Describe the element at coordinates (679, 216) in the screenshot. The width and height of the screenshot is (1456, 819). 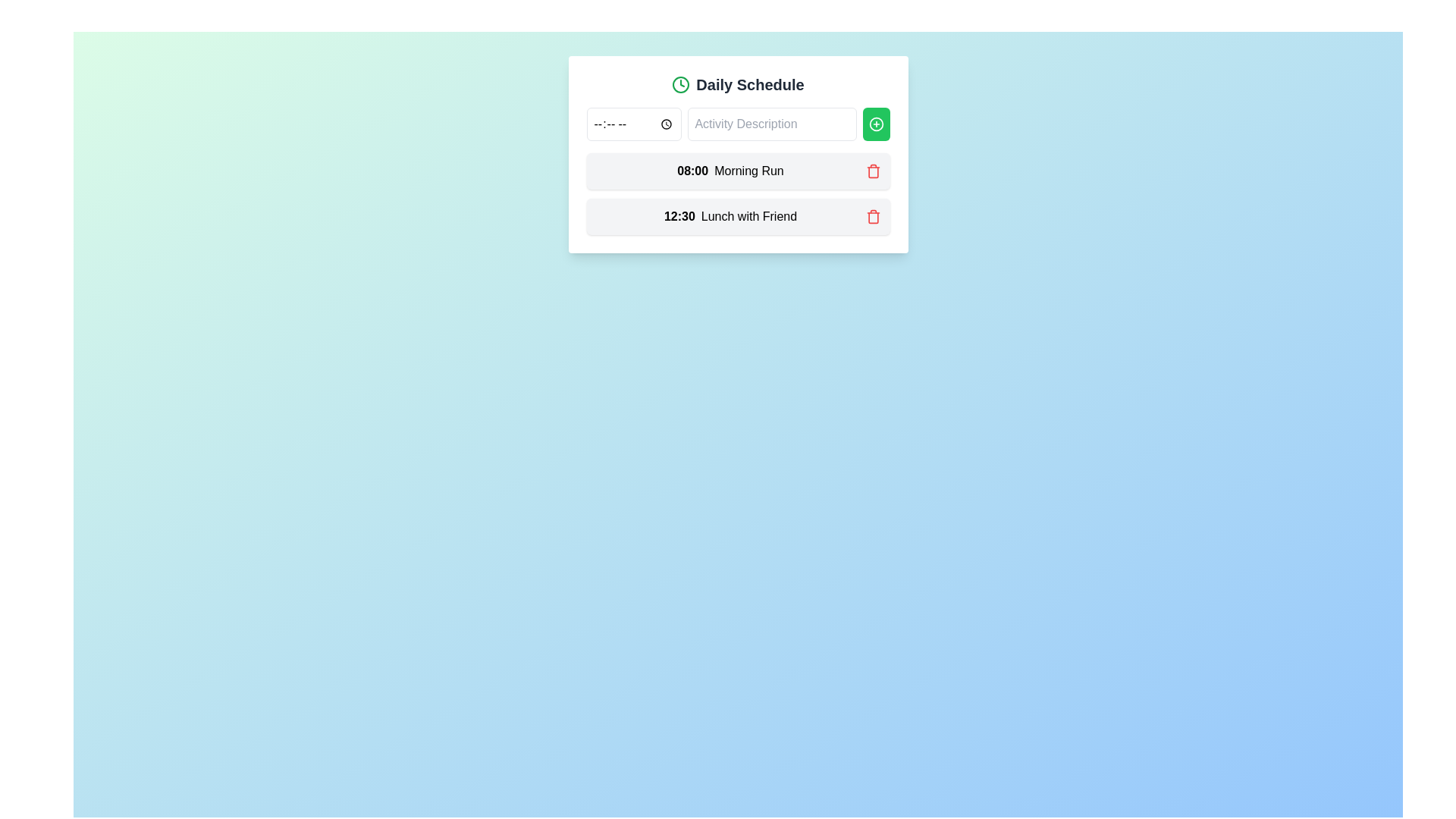
I see `the displayed time '12:30' in the bold black text label located near the top-left corner of the 'Lunch with Friend' description in the 'Daily Schedule' section` at that location.